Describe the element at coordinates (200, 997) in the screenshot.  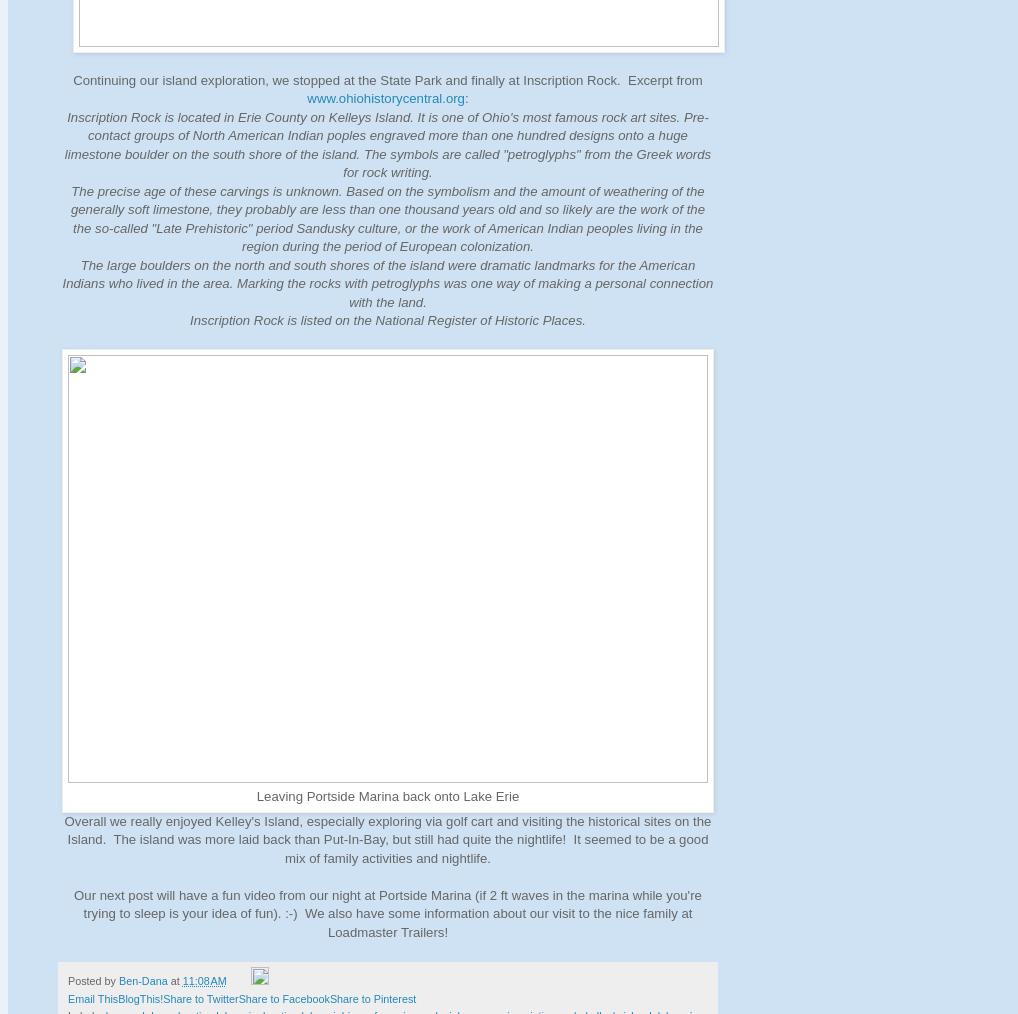
I see `'Share to Twitter'` at that location.